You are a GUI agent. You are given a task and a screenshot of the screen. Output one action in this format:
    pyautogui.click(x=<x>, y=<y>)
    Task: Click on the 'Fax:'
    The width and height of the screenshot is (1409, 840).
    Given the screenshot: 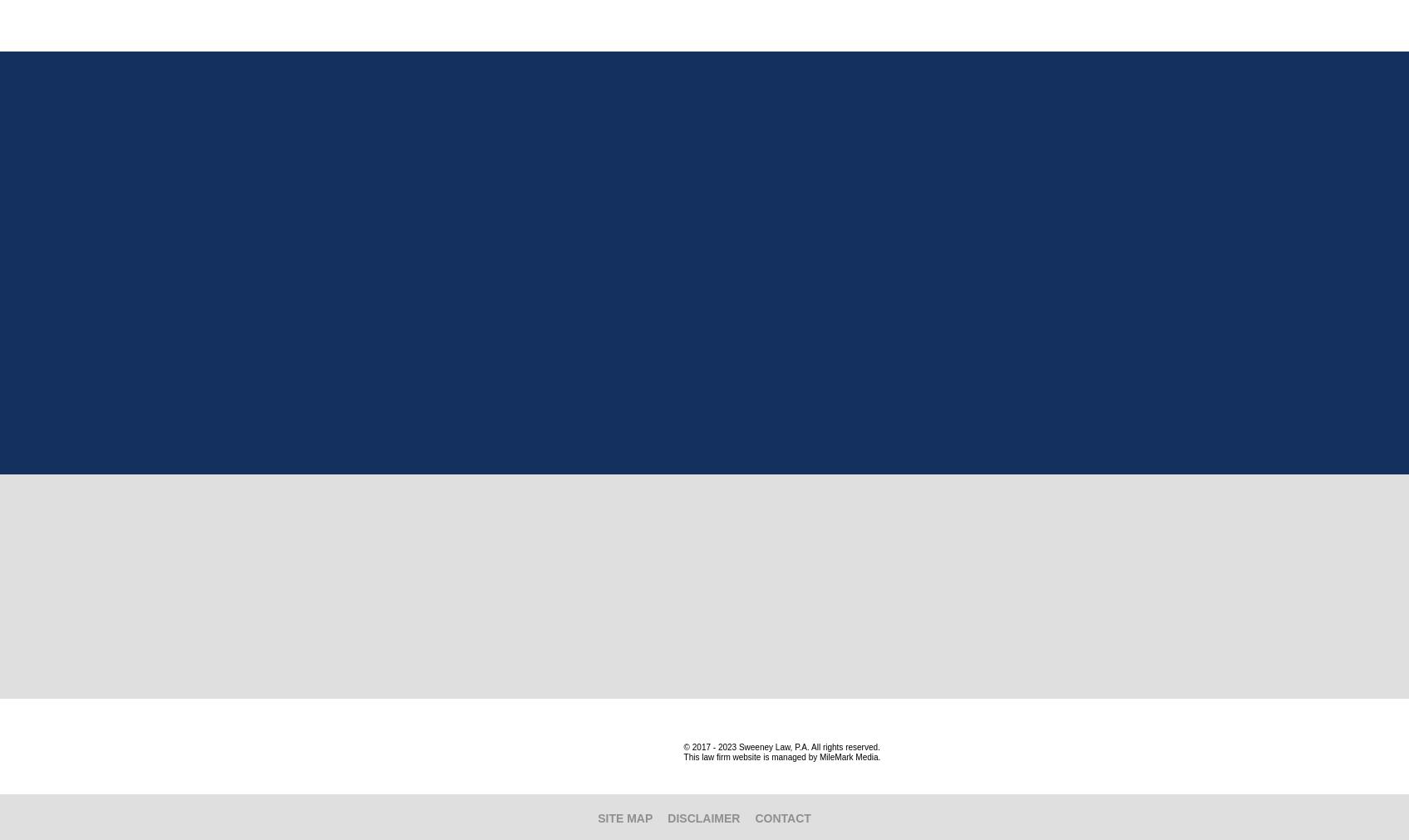 What is the action you would take?
    pyautogui.click(x=221, y=385)
    